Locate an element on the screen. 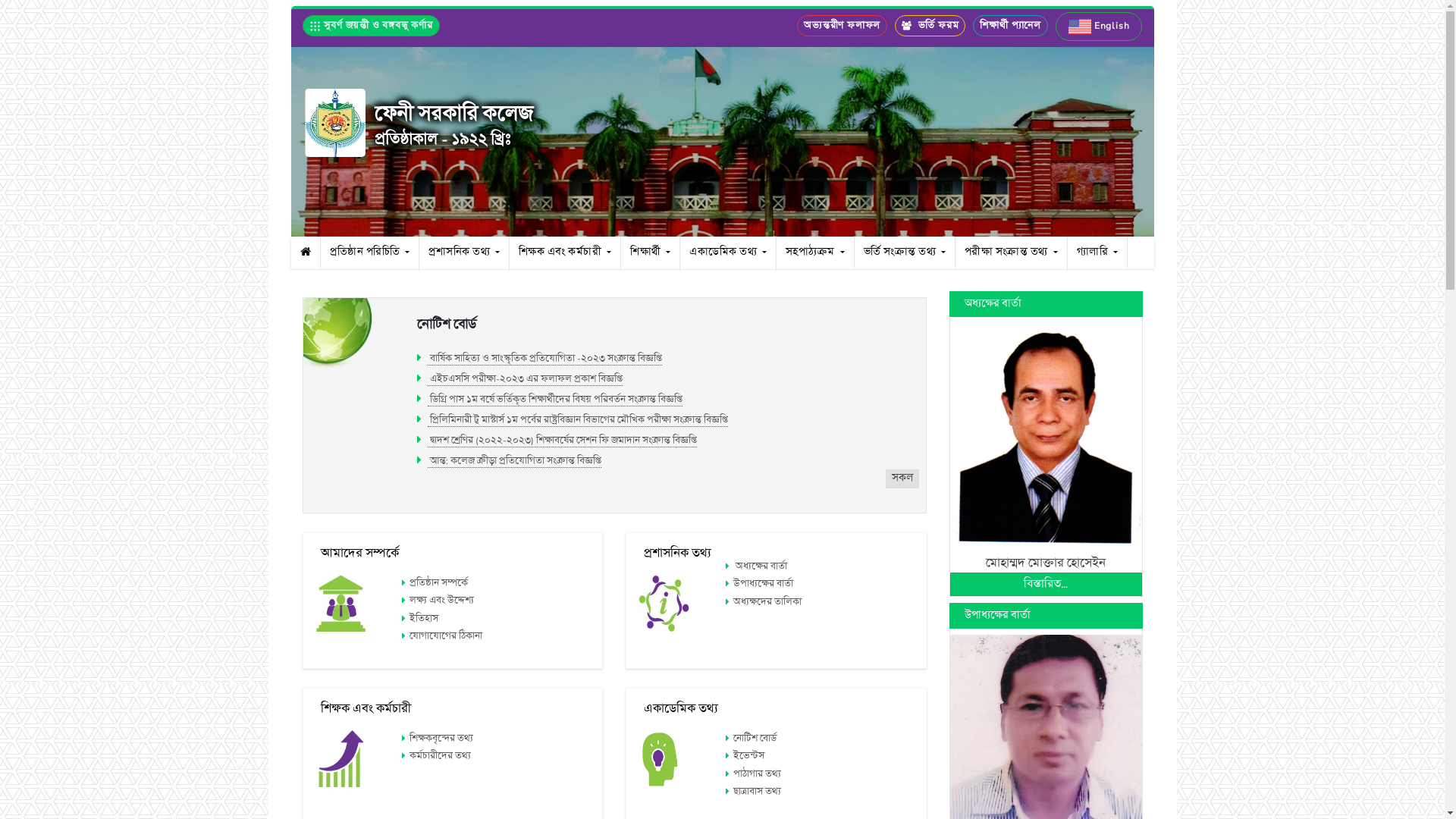 Image resolution: width=1456 pixels, height=819 pixels. 'English' is located at coordinates (1099, 26).